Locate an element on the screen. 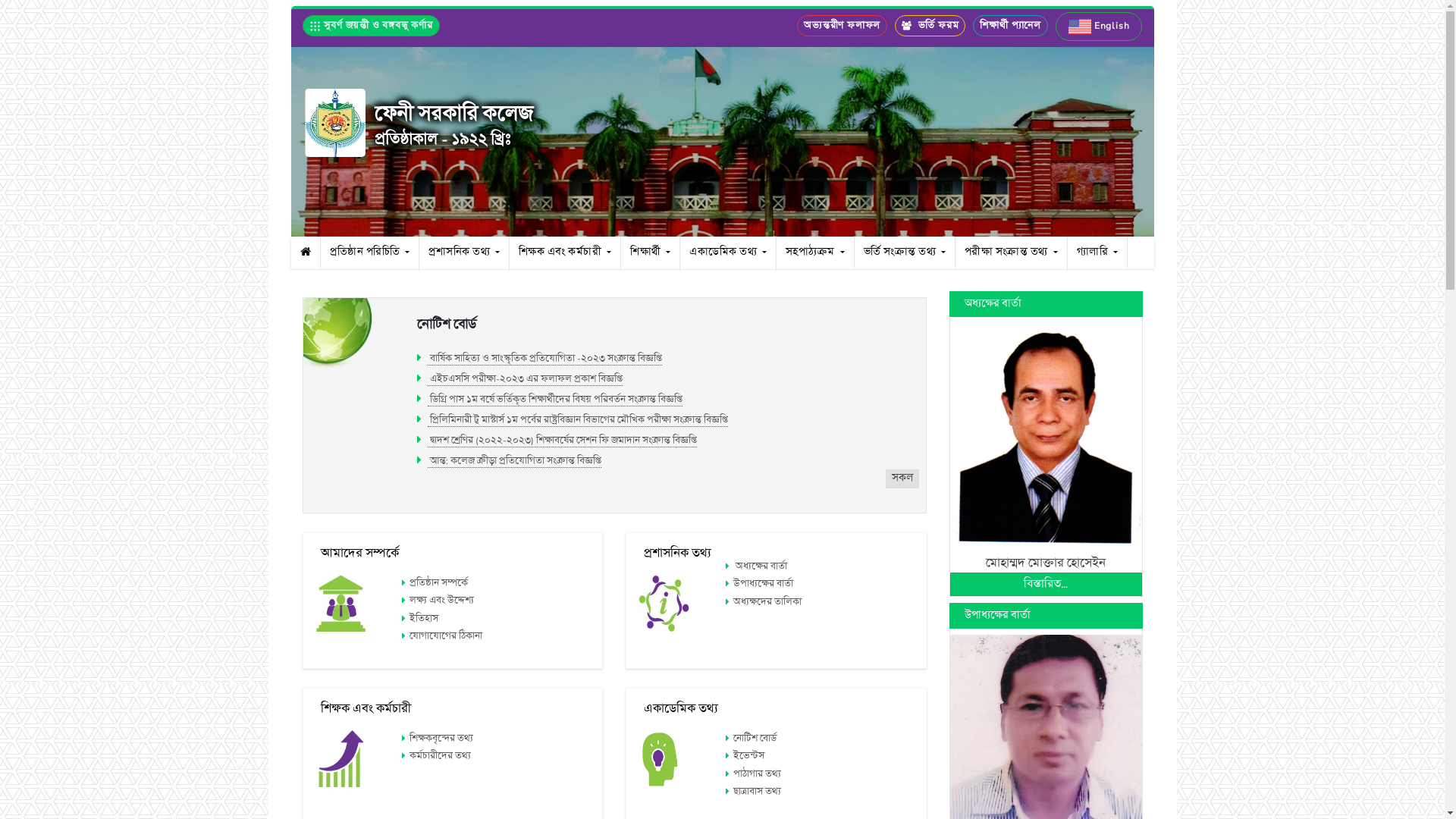 Image resolution: width=1456 pixels, height=819 pixels. 'English' is located at coordinates (1099, 26).